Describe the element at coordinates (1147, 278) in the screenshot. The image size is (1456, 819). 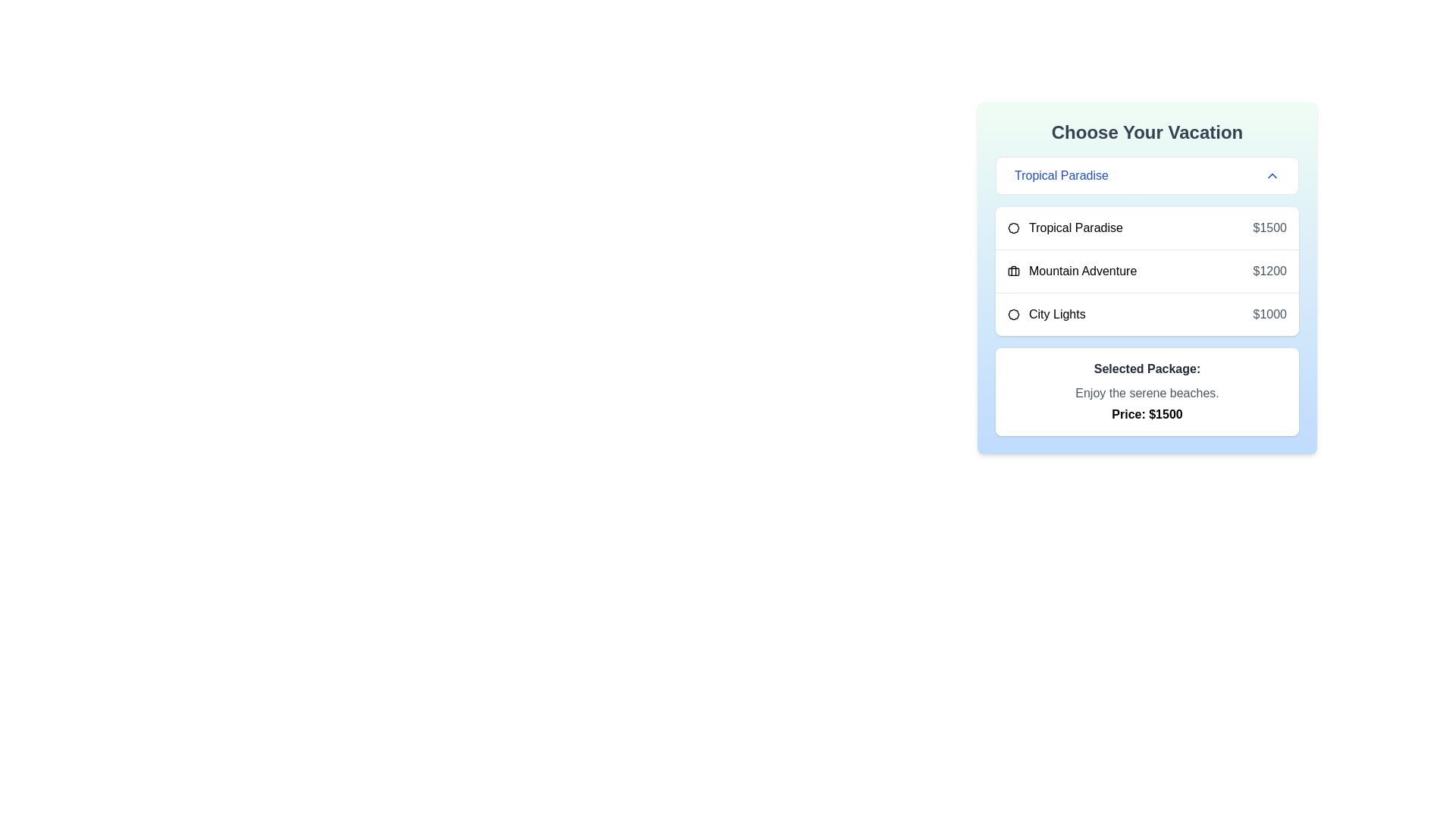
I see `the 'Mountain Adventure' package row in the interactive selection panel` at that location.